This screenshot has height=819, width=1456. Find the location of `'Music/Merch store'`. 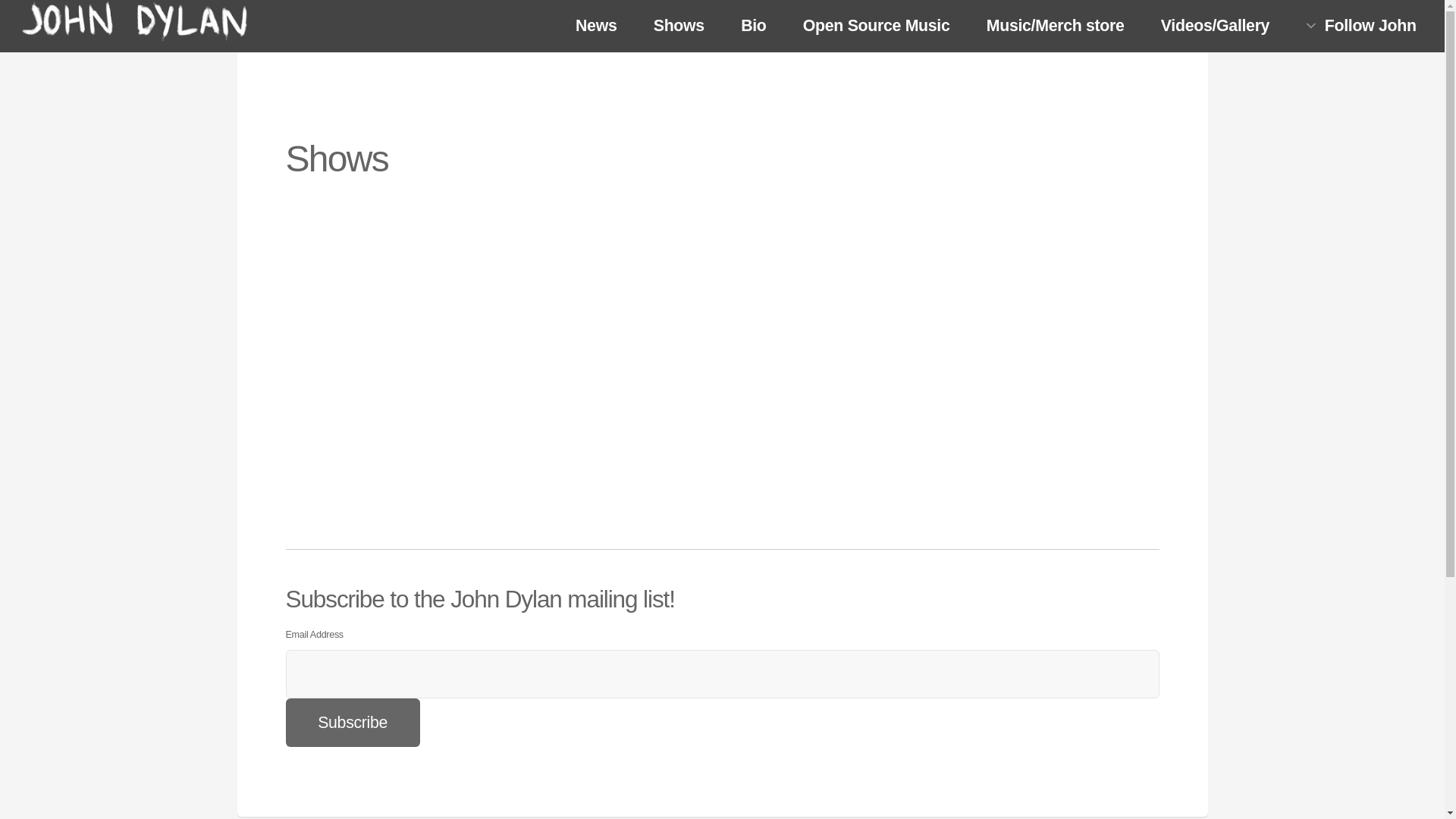

'Music/Merch store' is located at coordinates (968, 27).